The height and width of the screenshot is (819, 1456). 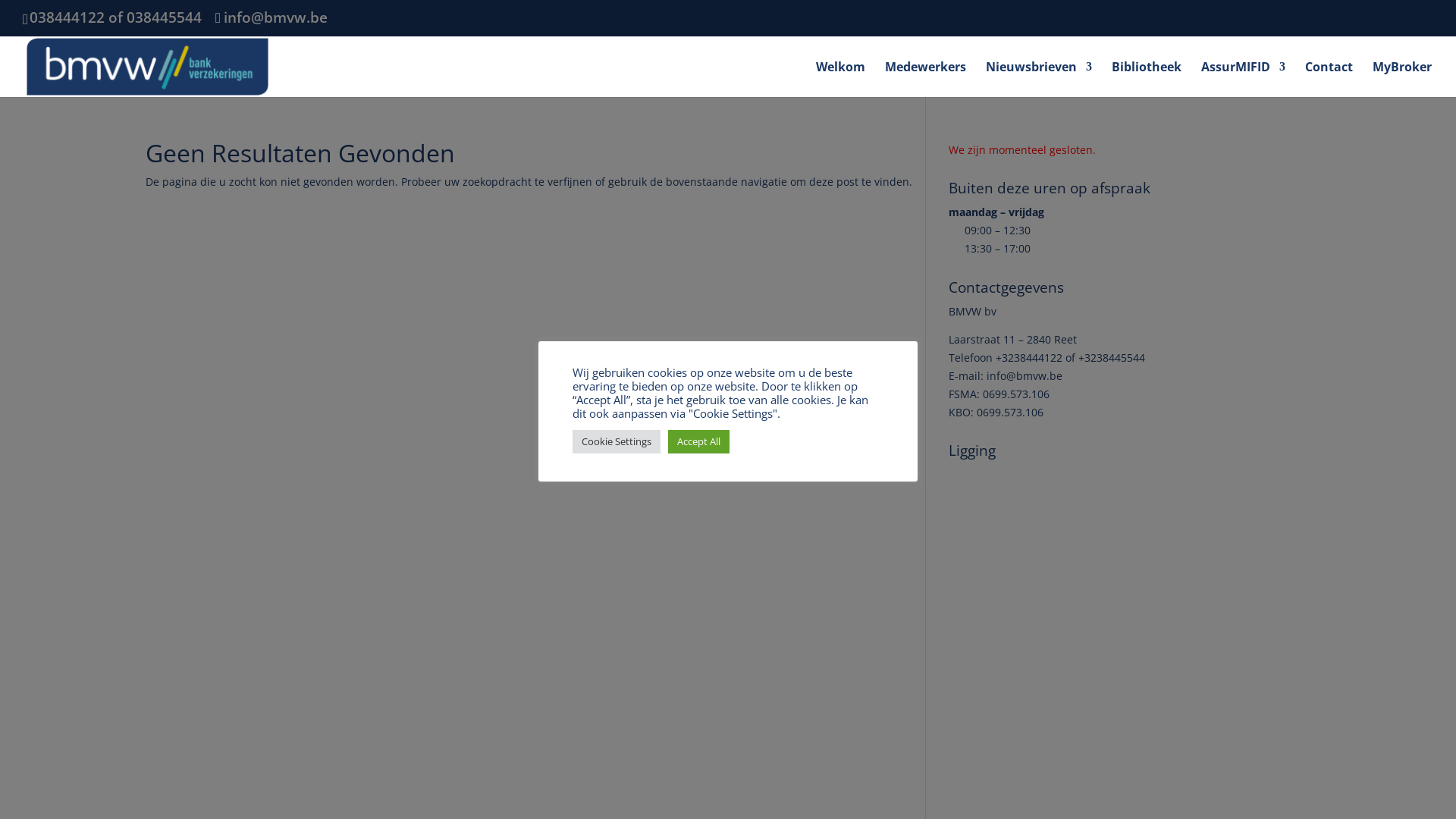 I want to click on 'Bibliotheek', so click(x=1147, y=78).